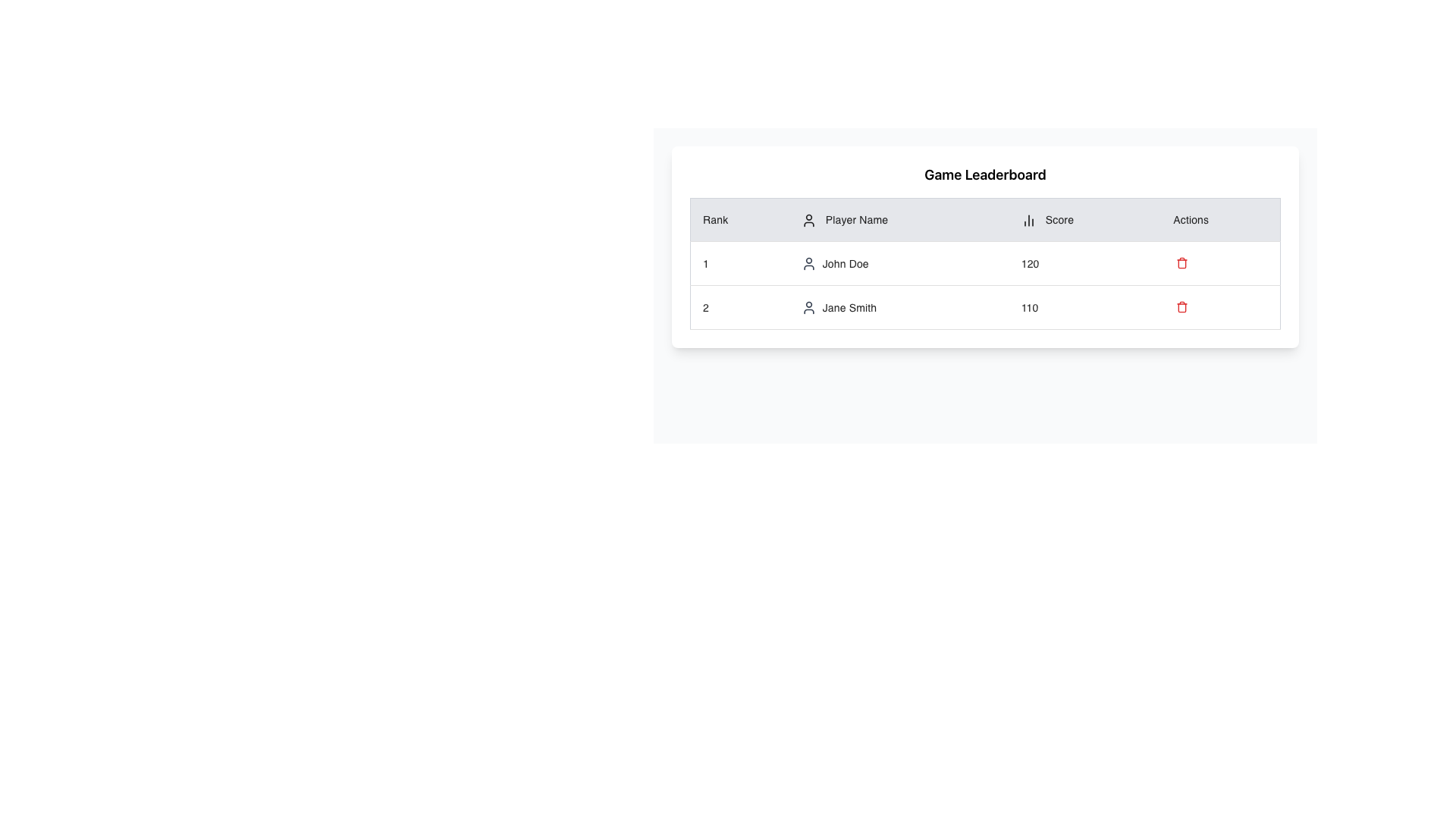  What do you see at coordinates (985, 174) in the screenshot?
I see `the 'Game Leaderboard' text header, which is styled with a larger, bold font and positioned above the leaderboard table` at bounding box center [985, 174].